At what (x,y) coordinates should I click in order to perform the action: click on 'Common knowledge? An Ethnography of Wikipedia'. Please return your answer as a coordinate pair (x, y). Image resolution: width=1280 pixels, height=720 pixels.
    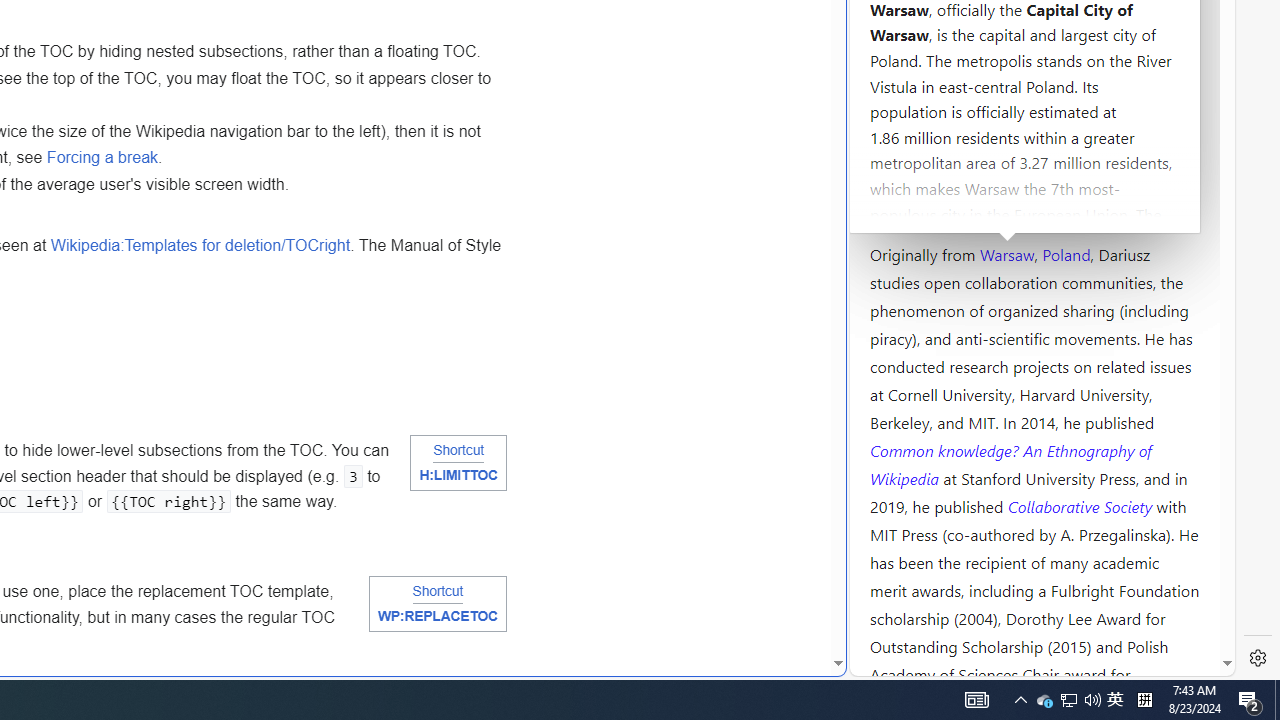
    Looking at the image, I should click on (1010, 464).